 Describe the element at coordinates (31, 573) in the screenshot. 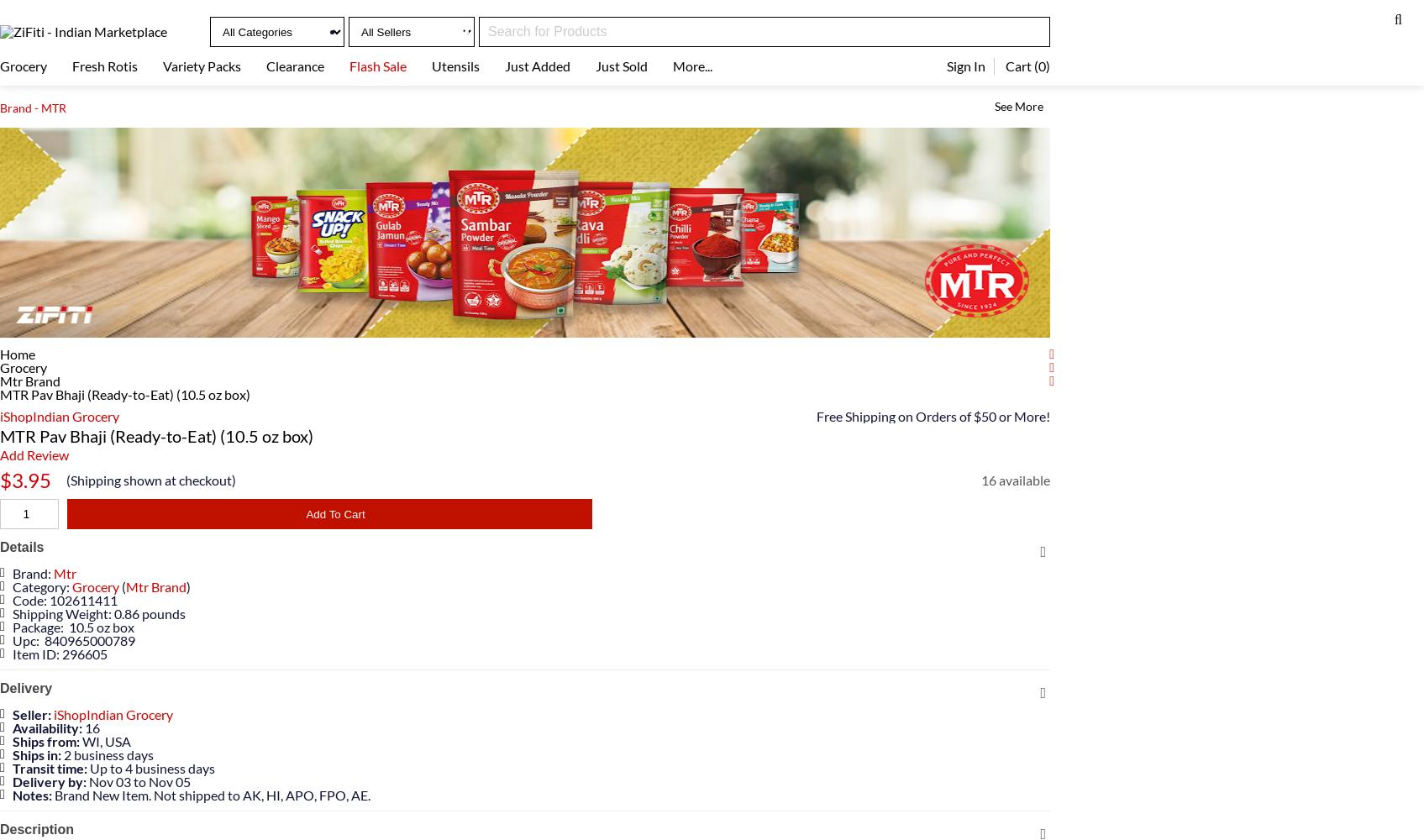

I see `'Brand:'` at that location.